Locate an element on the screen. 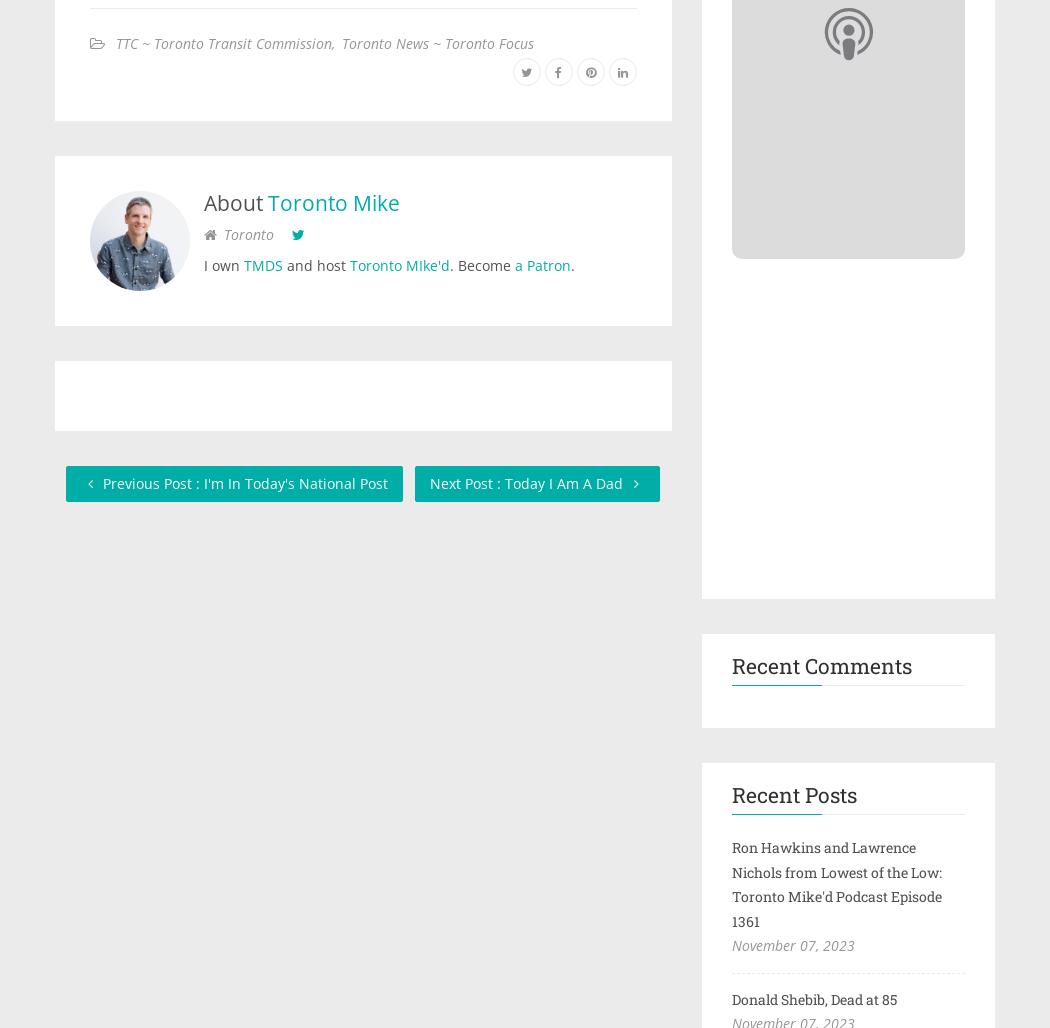 The height and width of the screenshot is (1028, 1050). 'November 07, 2023' is located at coordinates (791, 945).